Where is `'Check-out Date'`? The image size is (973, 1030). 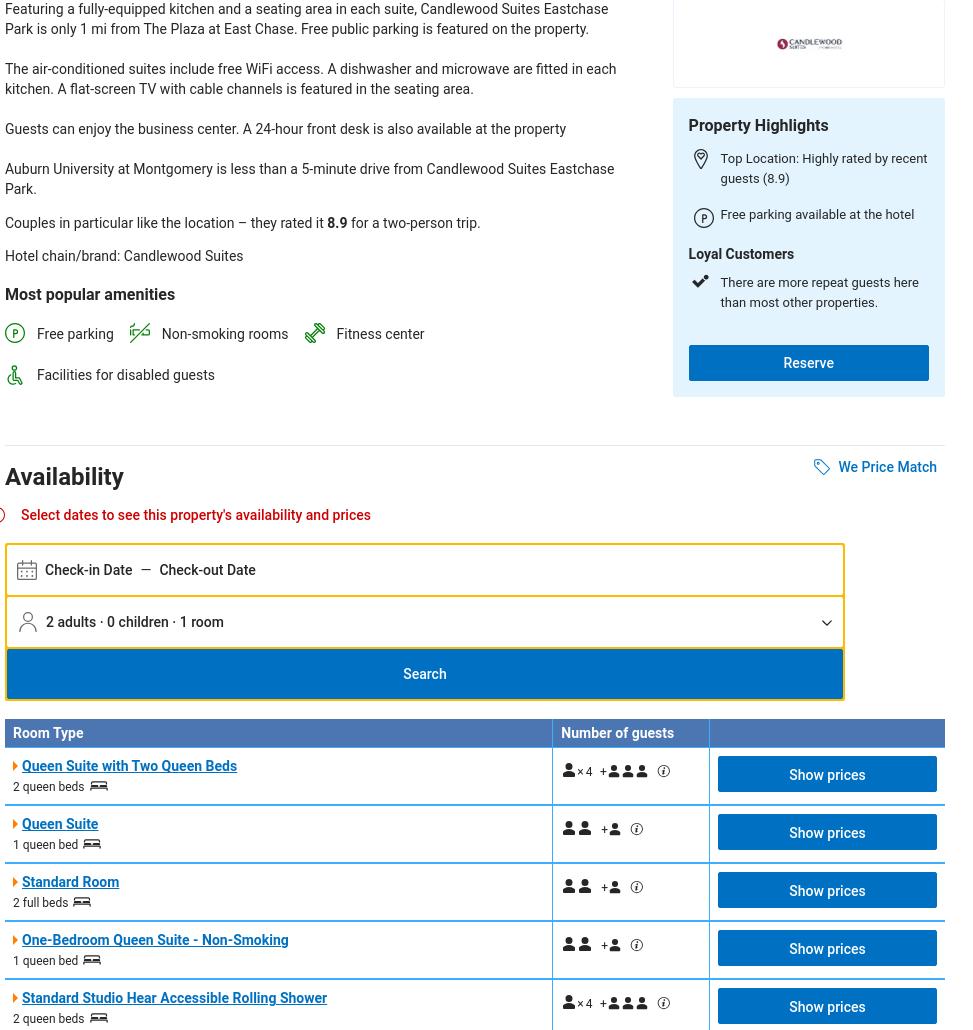 'Check-out Date' is located at coordinates (206, 570).